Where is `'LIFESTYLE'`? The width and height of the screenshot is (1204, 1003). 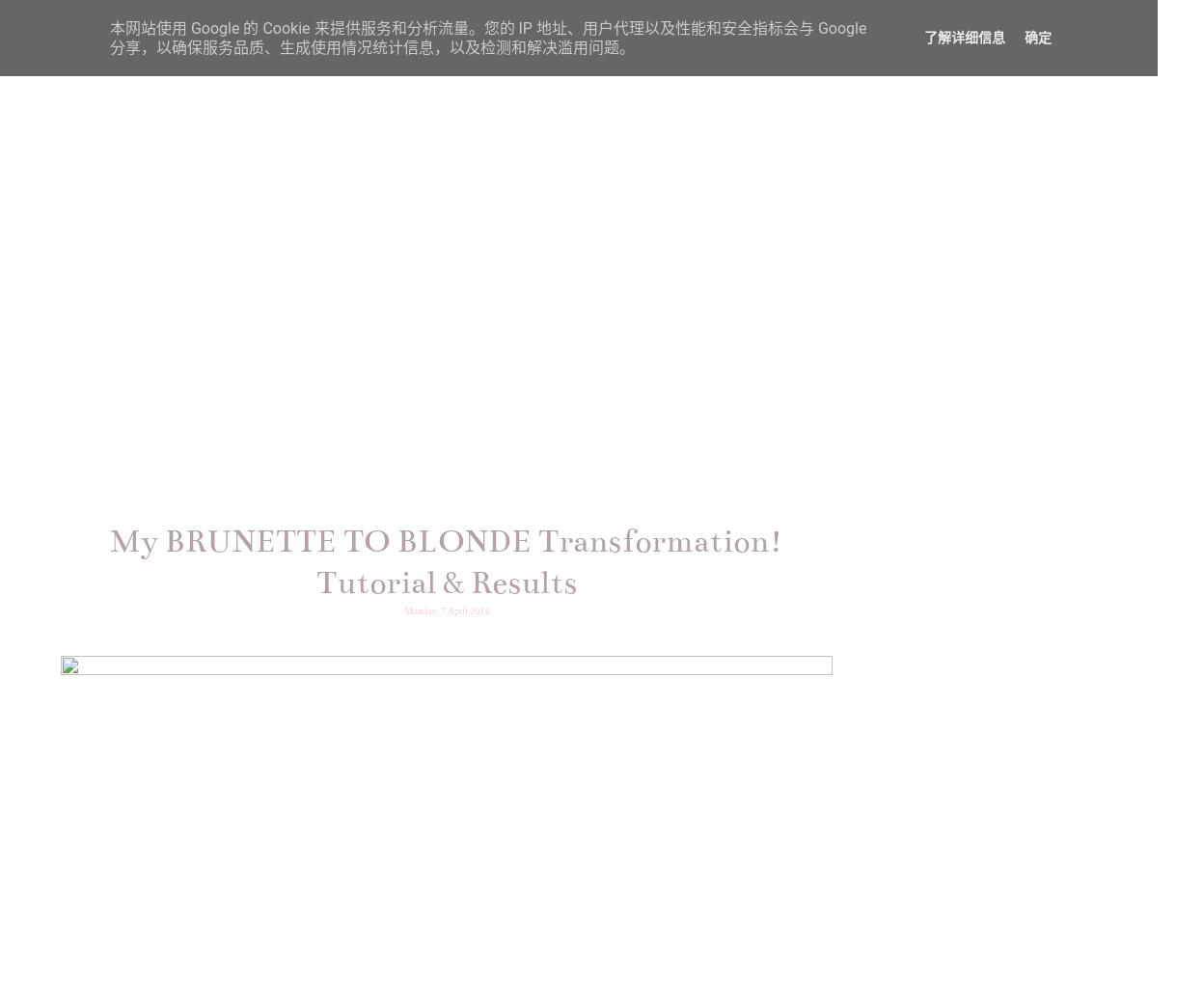 'LIFESTYLE' is located at coordinates (659, 68).